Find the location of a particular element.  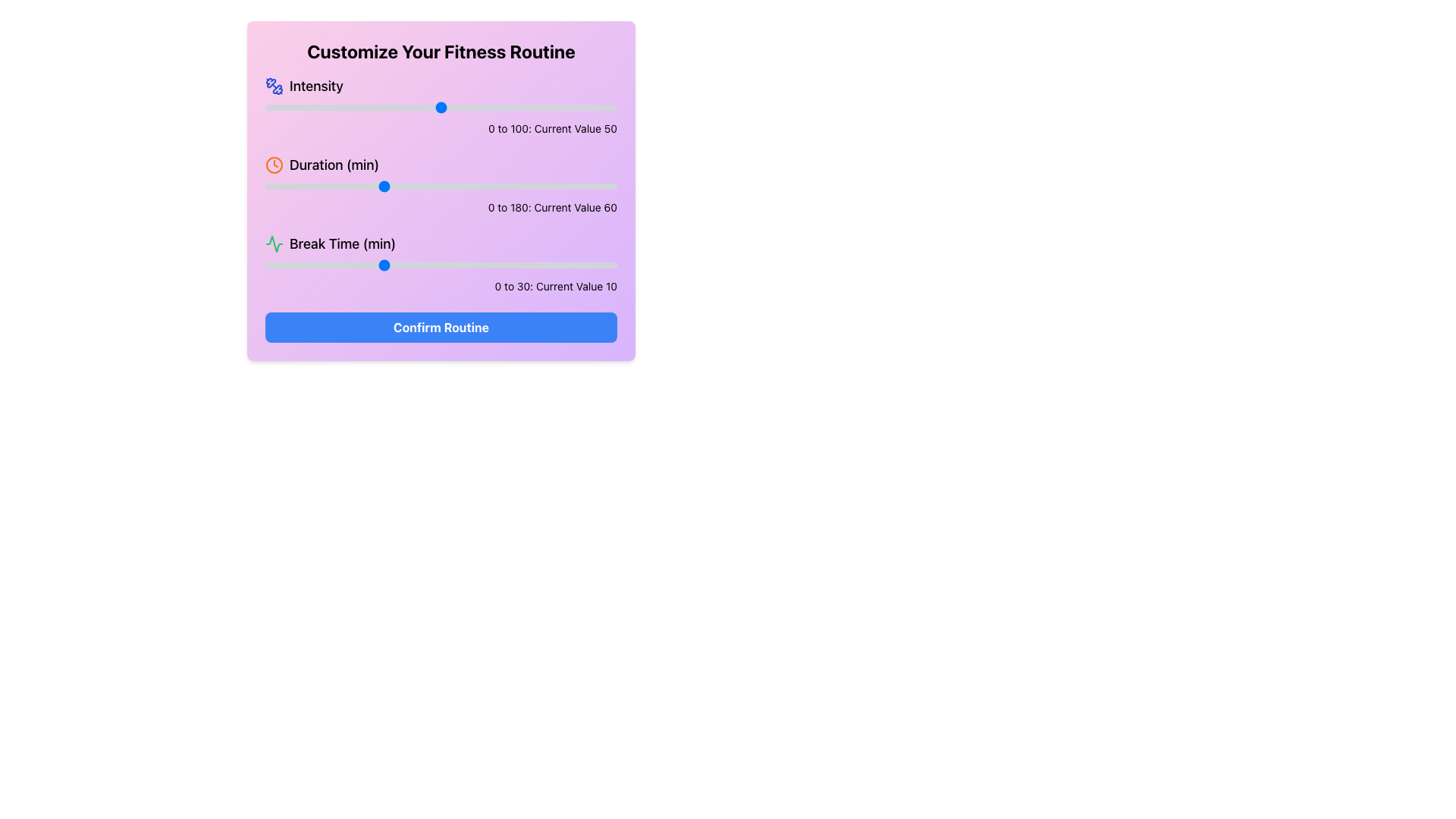

the intensity is located at coordinates (395, 107).